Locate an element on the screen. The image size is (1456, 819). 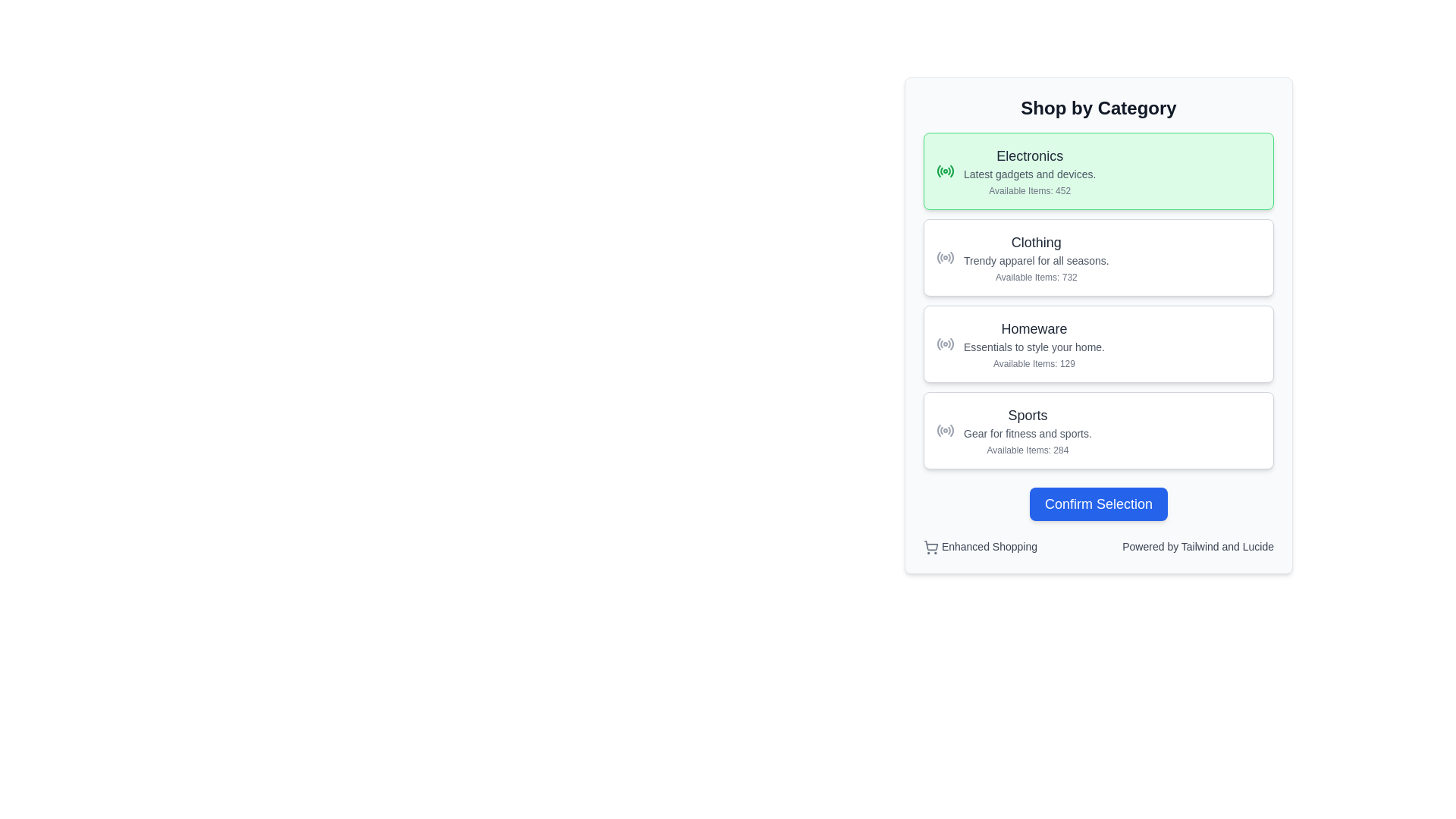
the small circular icon resembling a radio signal, located to the left of the 'Homeware' text in the third item of a vertical list is located at coordinates (945, 344).